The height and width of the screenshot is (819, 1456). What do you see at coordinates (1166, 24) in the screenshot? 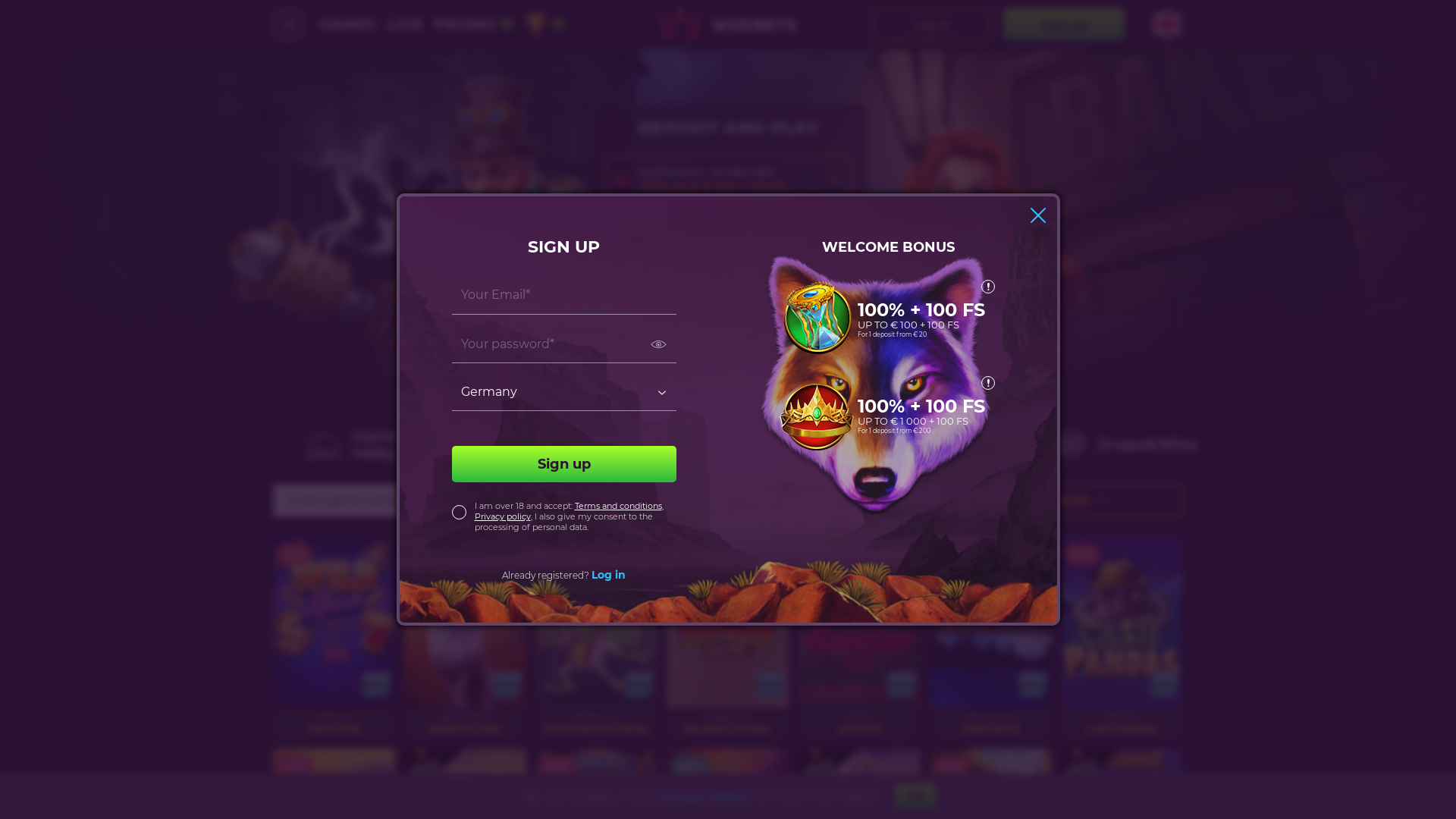
I see `'Language'` at bounding box center [1166, 24].